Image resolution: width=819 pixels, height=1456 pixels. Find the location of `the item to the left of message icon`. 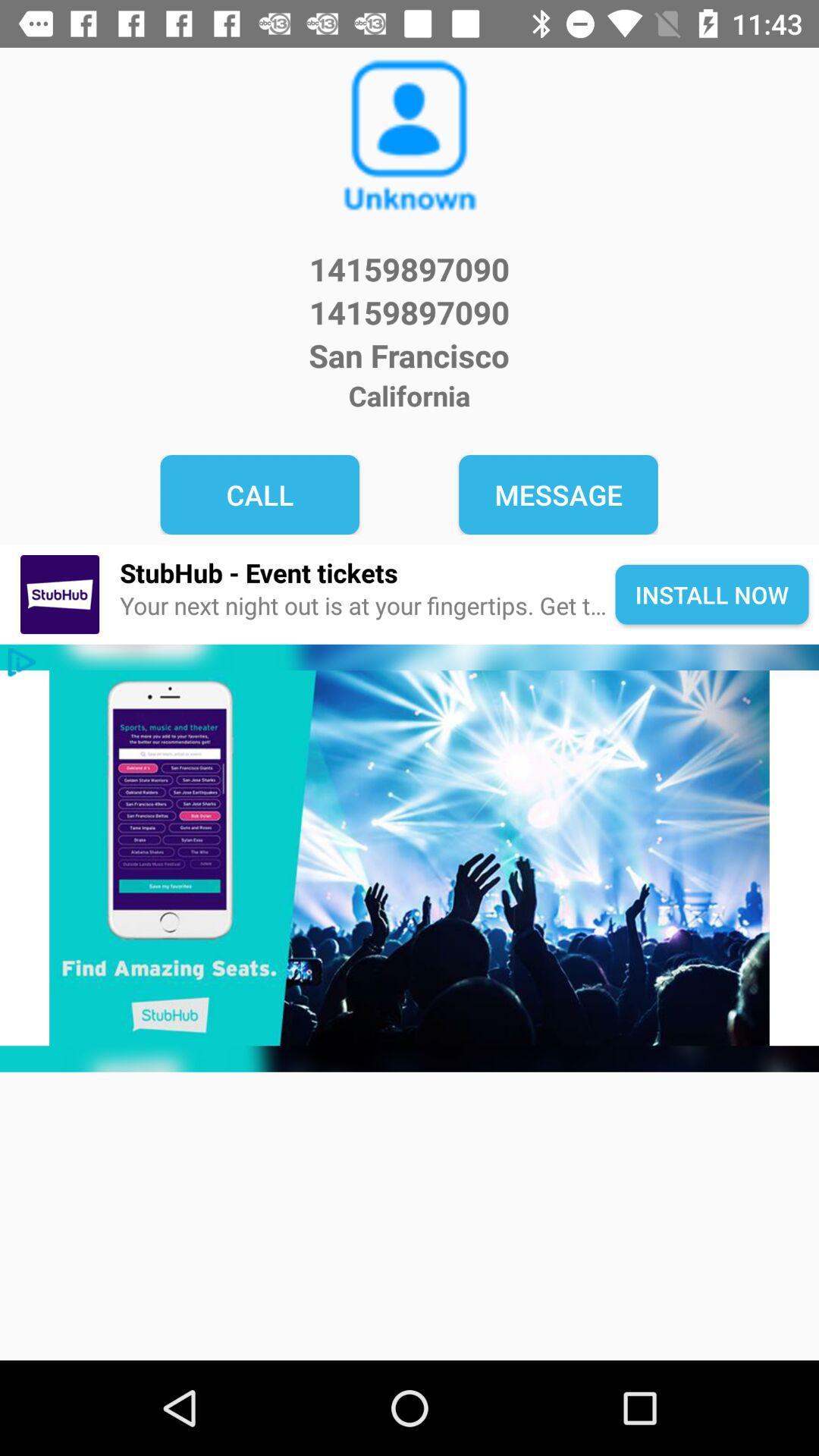

the item to the left of message icon is located at coordinates (259, 494).